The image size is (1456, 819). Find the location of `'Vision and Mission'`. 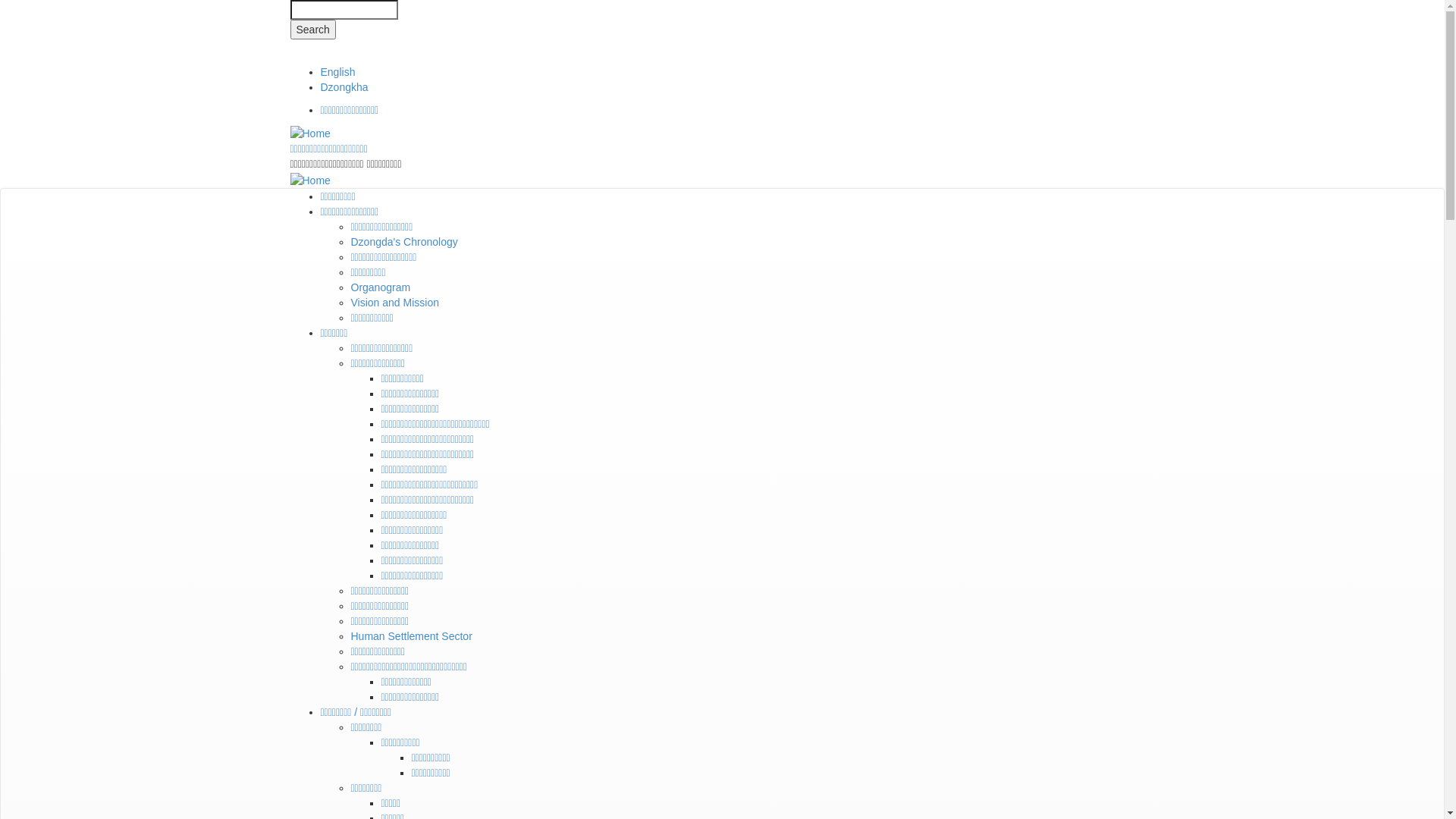

'Vision and Mission' is located at coordinates (394, 302).